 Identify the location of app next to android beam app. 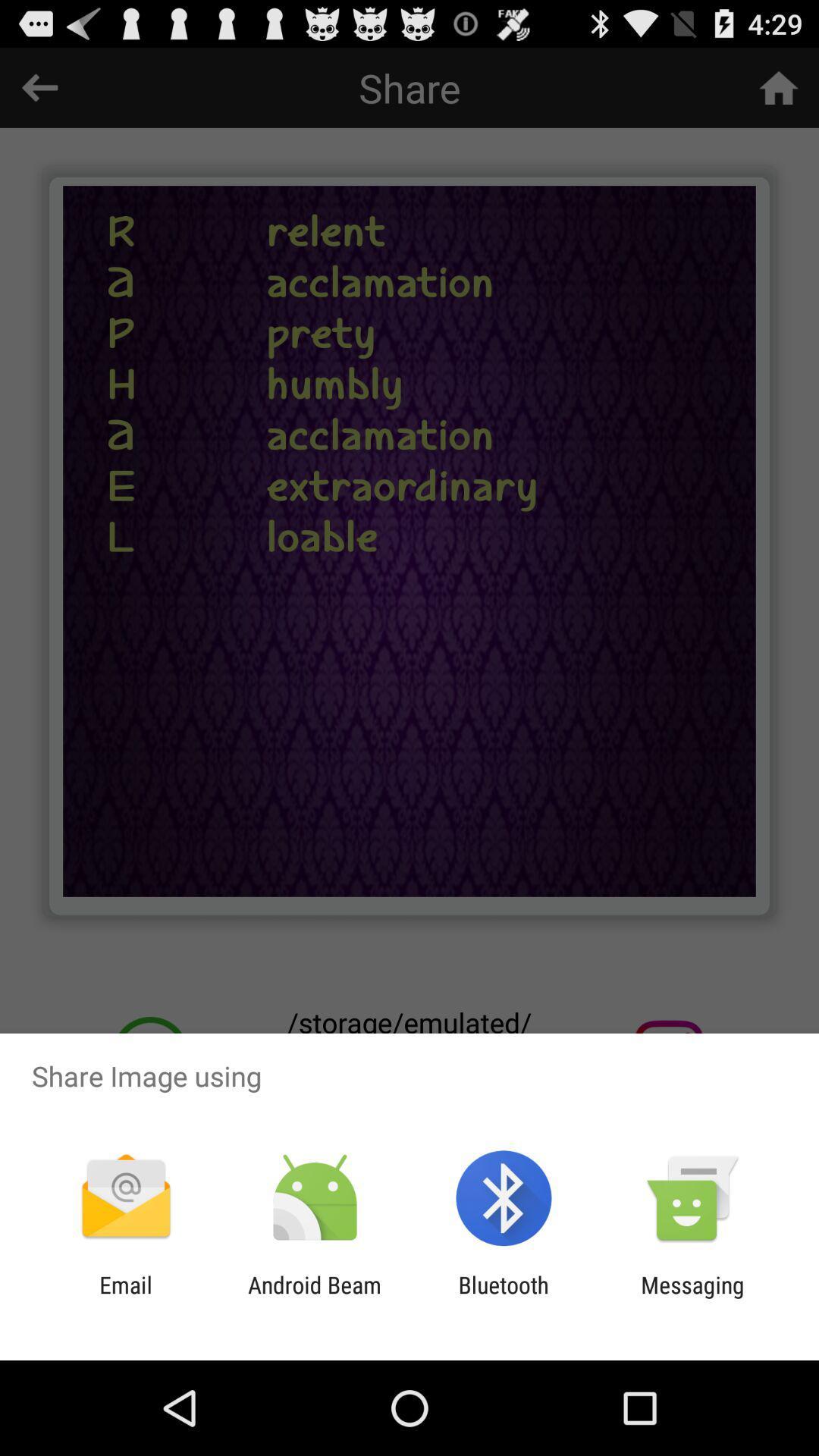
(125, 1298).